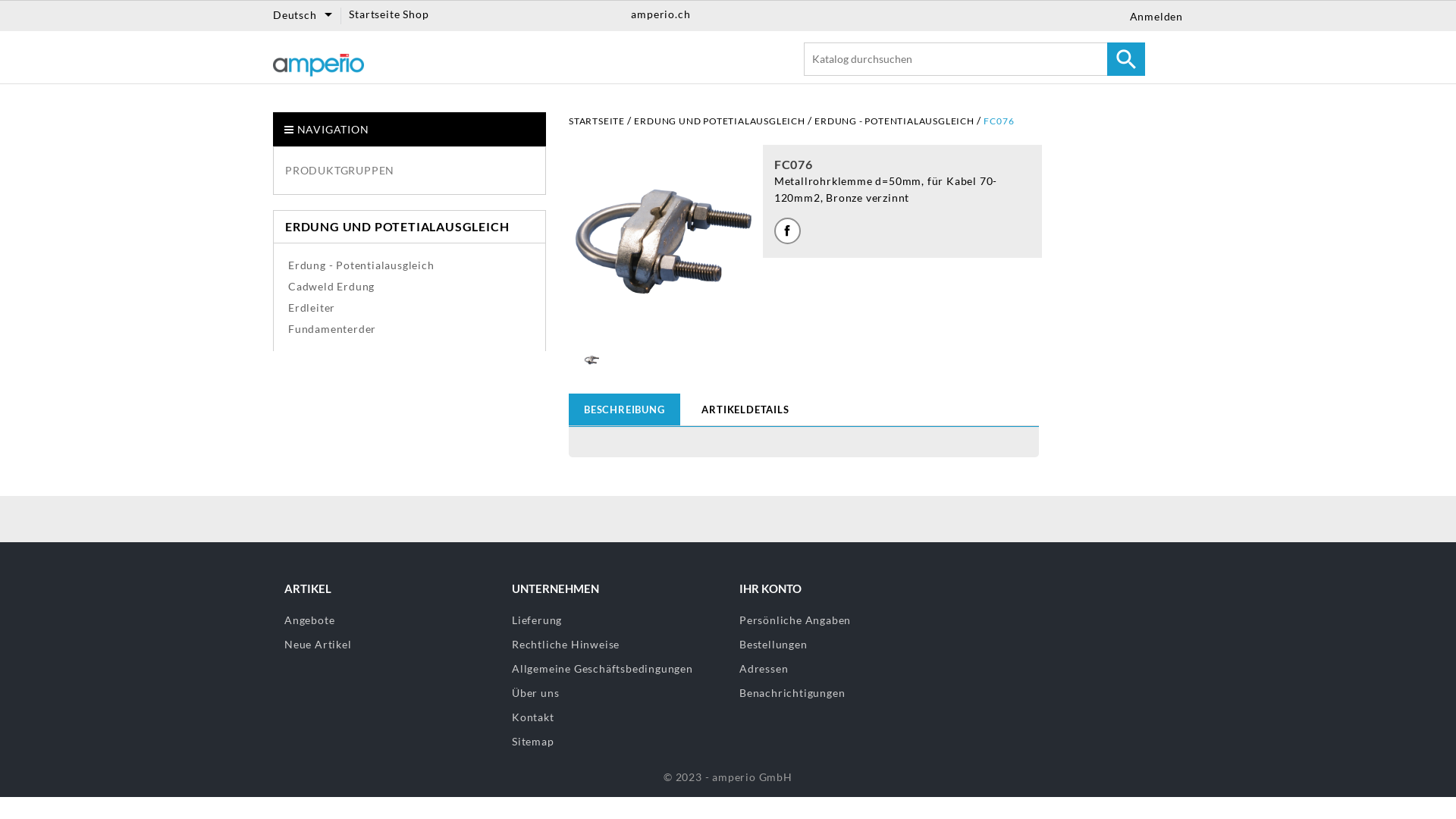 The width and height of the screenshot is (1456, 819). What do you see at coordinates (764, 667) in the screenshot?
I see `'Adressen'` at bounding box center [764, 667].